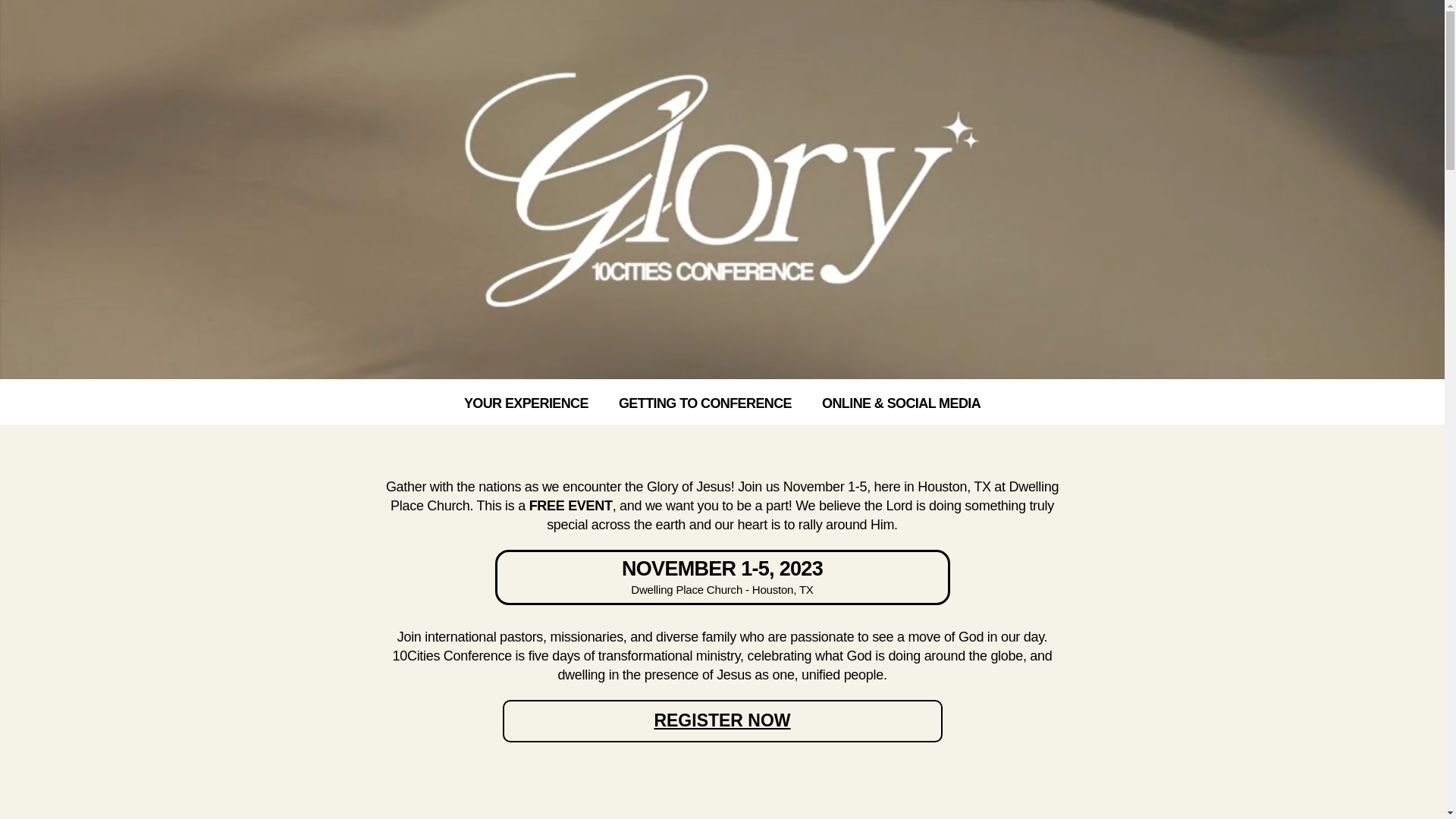 Image resolution: width=1456 pixels, height=819 pixels. What do you see at coordinates (704, 395) in the screenshot?
I see `'GETTING TO CONFERENCE'` at bounding box center [704, 395].